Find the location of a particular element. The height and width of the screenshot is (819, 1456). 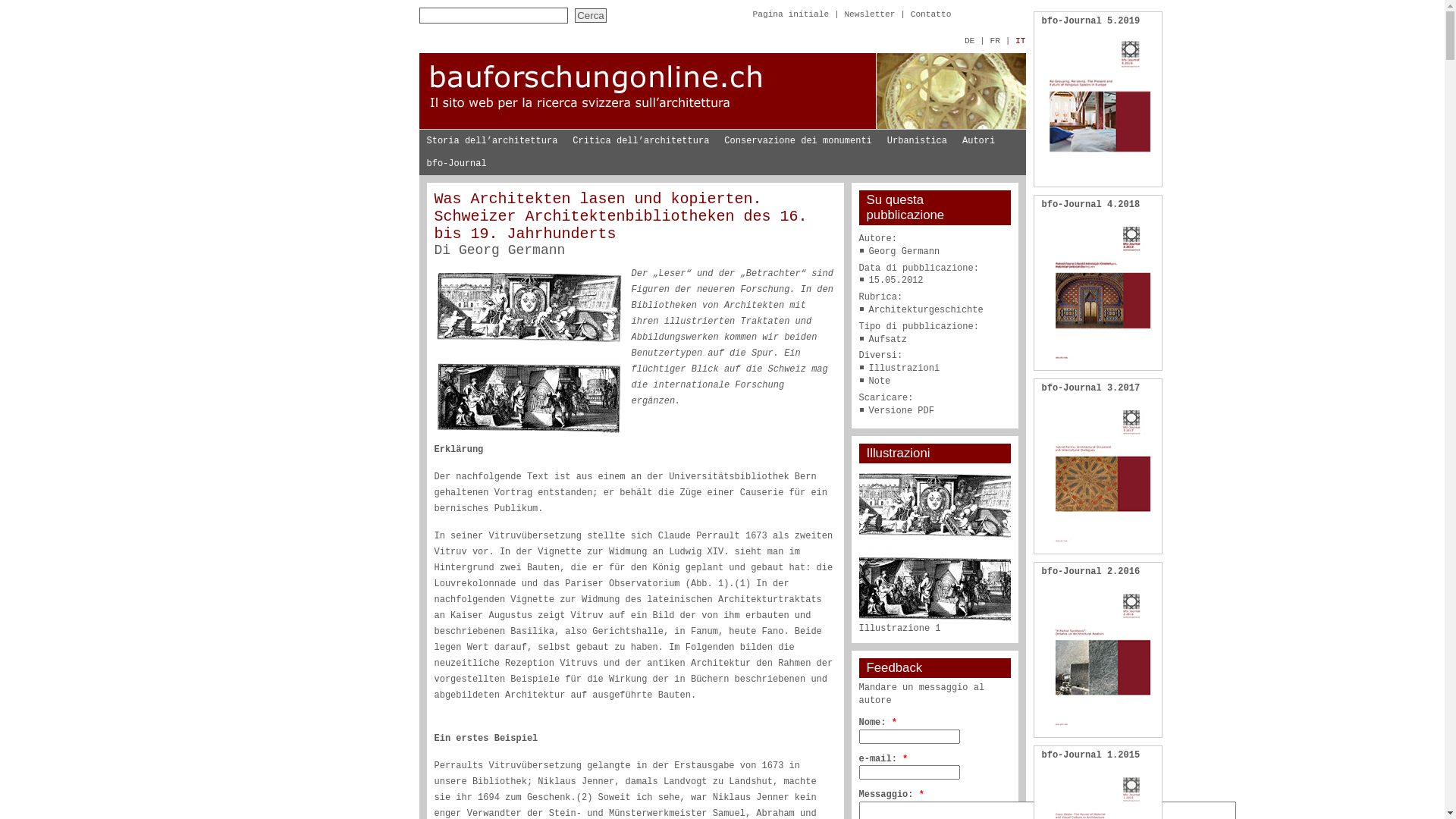

'Versione PDF' is located at coordinates (902, 411).